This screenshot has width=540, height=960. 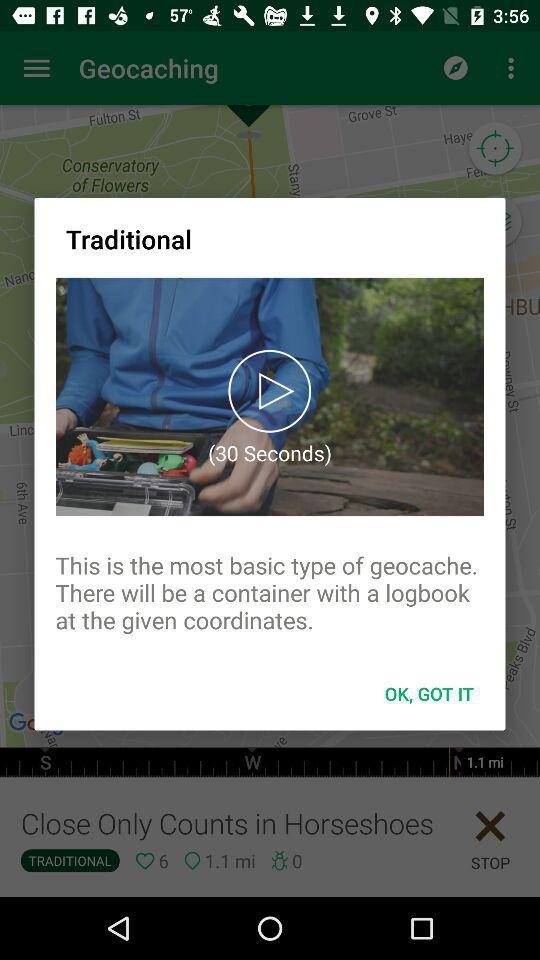 I want to click on the ok, got it icon, so click(x=428, y=693).